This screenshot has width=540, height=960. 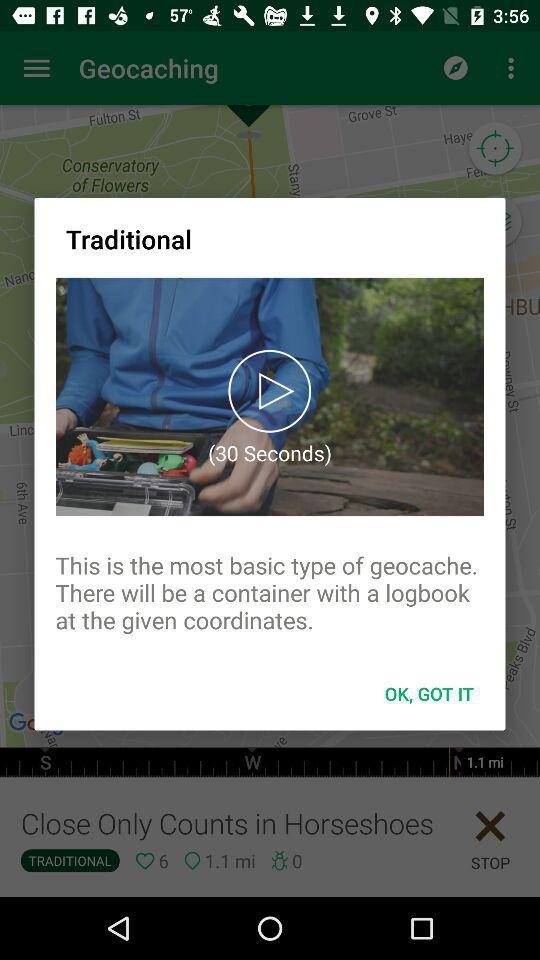 I want to click on the ok, got it icon, so click(x=428, y=693).